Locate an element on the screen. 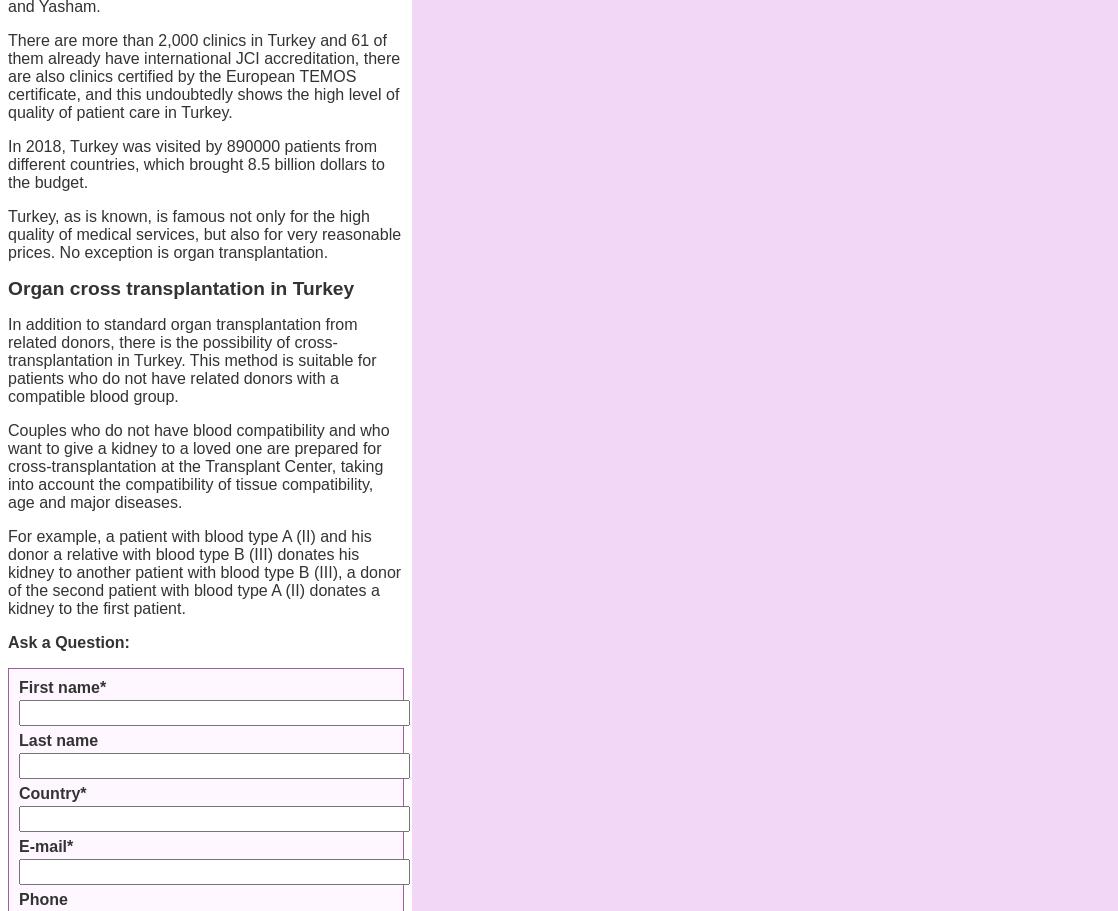  'Turkey, as is known, is famous not only for the high quality of medical services, but also for very reasonable prices. No exception is organ transplantation.' is located at coordinates (204, 234).